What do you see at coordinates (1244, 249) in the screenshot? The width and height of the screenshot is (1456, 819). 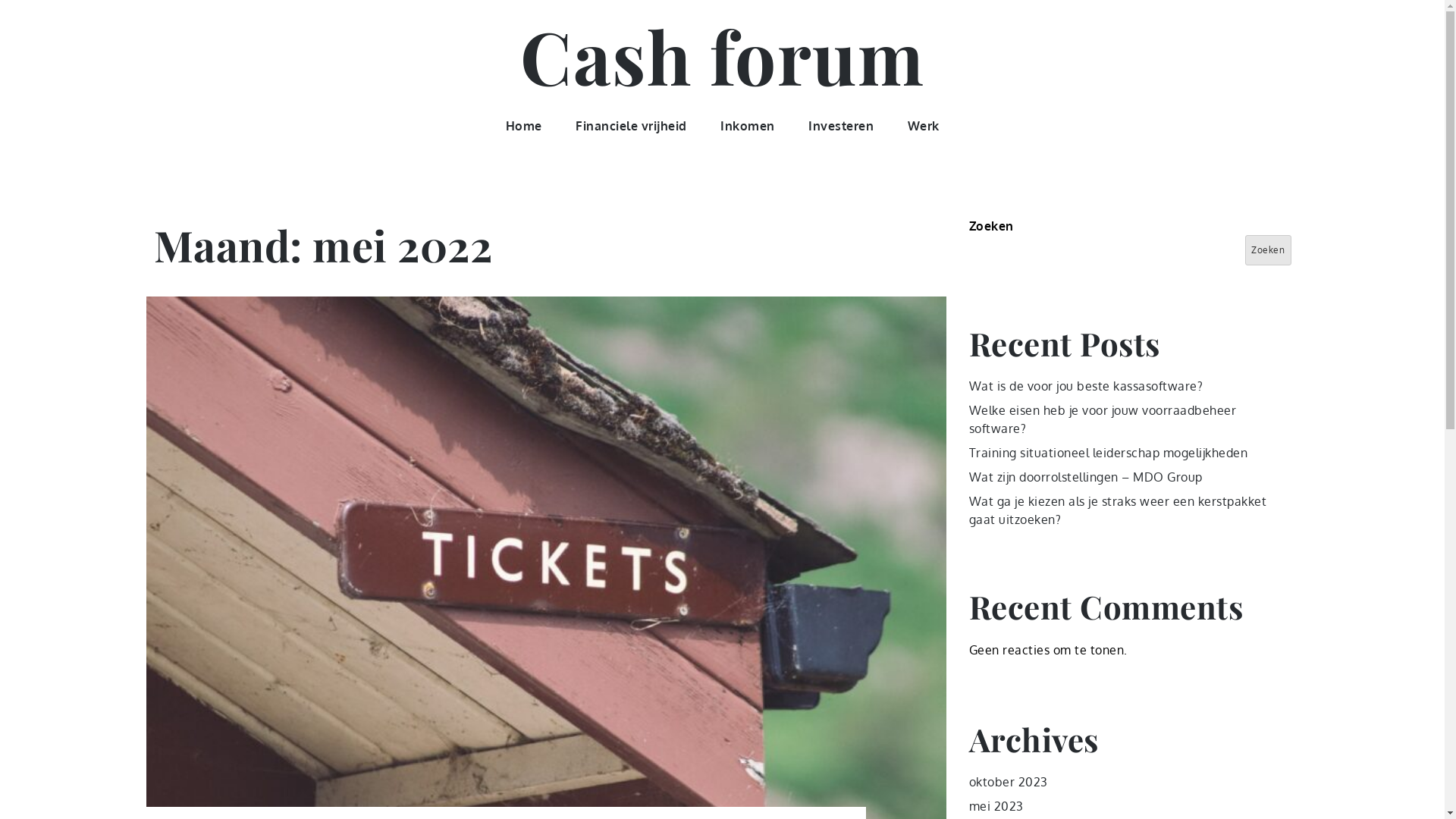 I see `'Zoeken'` at bounding box center [1244, 249].